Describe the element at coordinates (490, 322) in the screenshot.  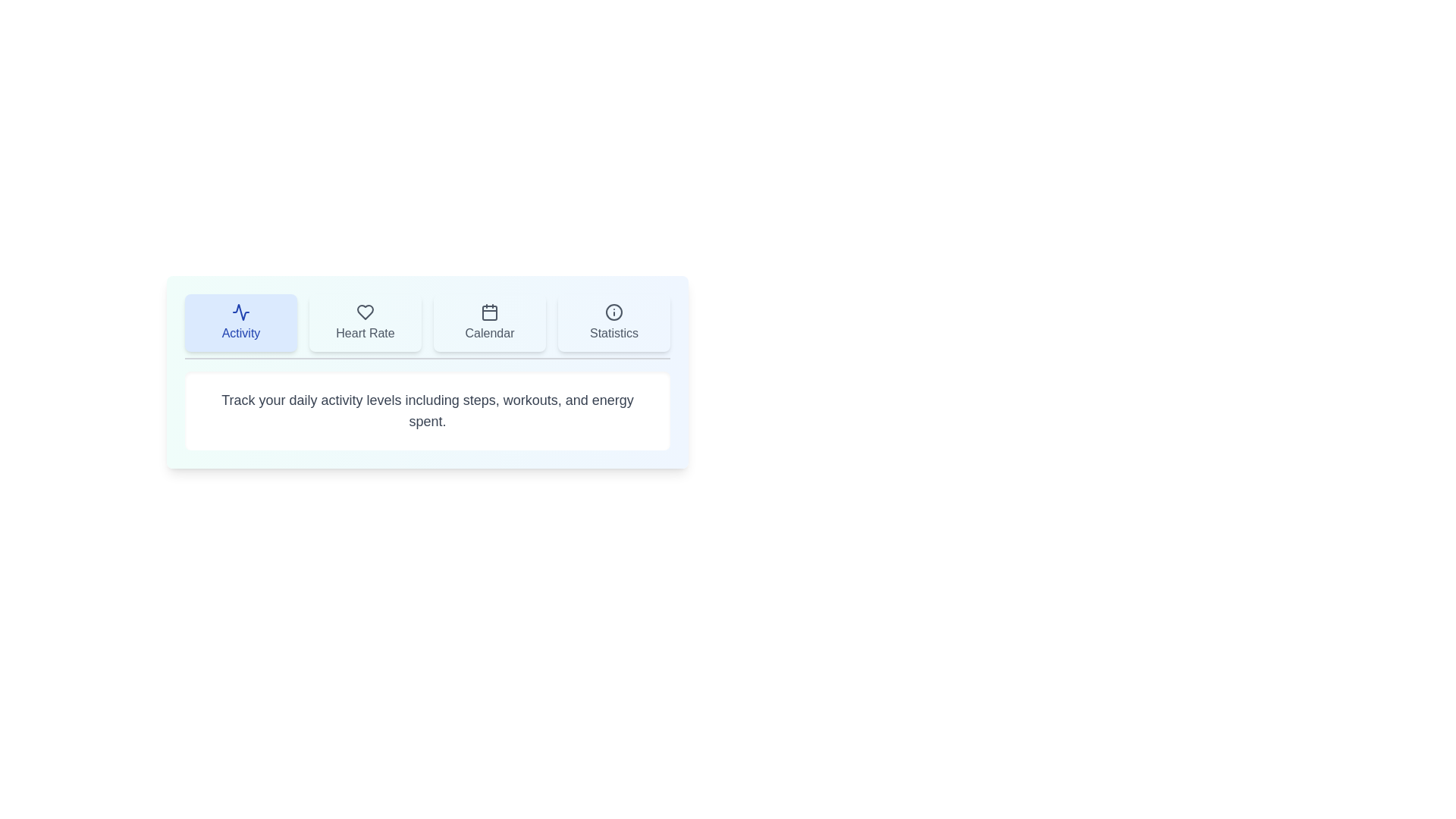
I see `the Calendar tab by clicking on its button` at that location.